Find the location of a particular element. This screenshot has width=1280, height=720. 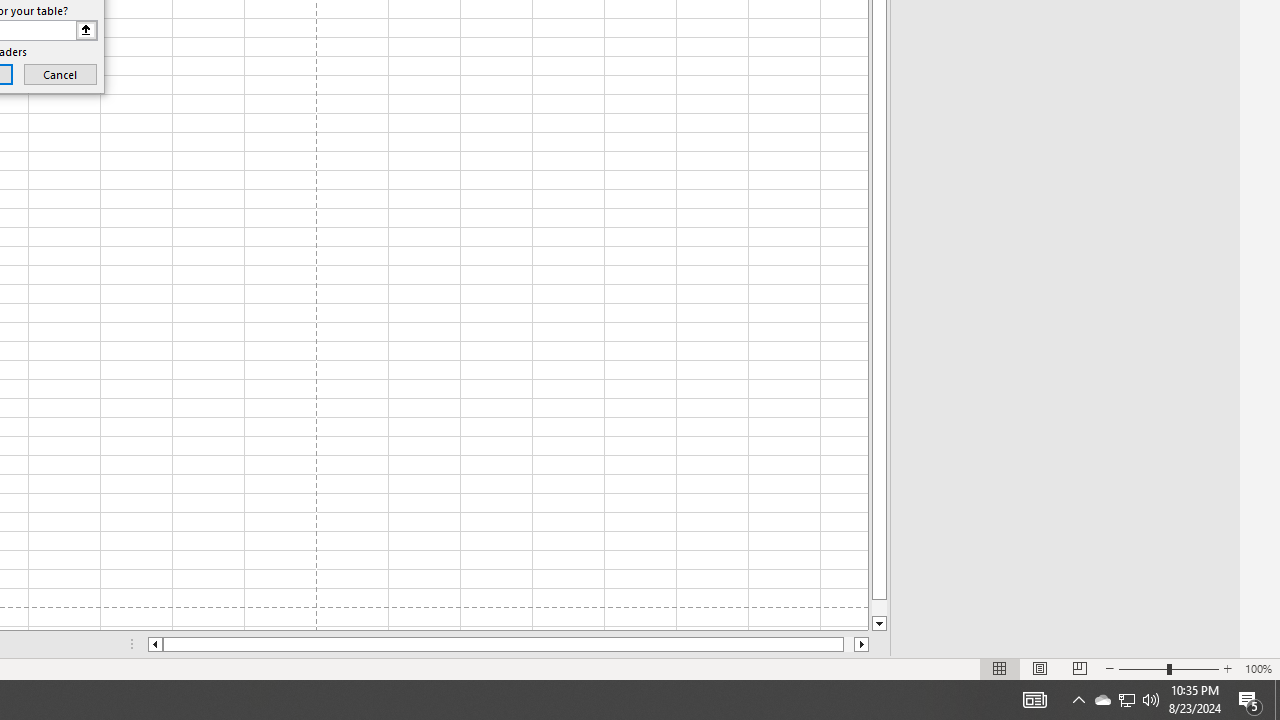

'Column left' is located at coordinates (153, 644).